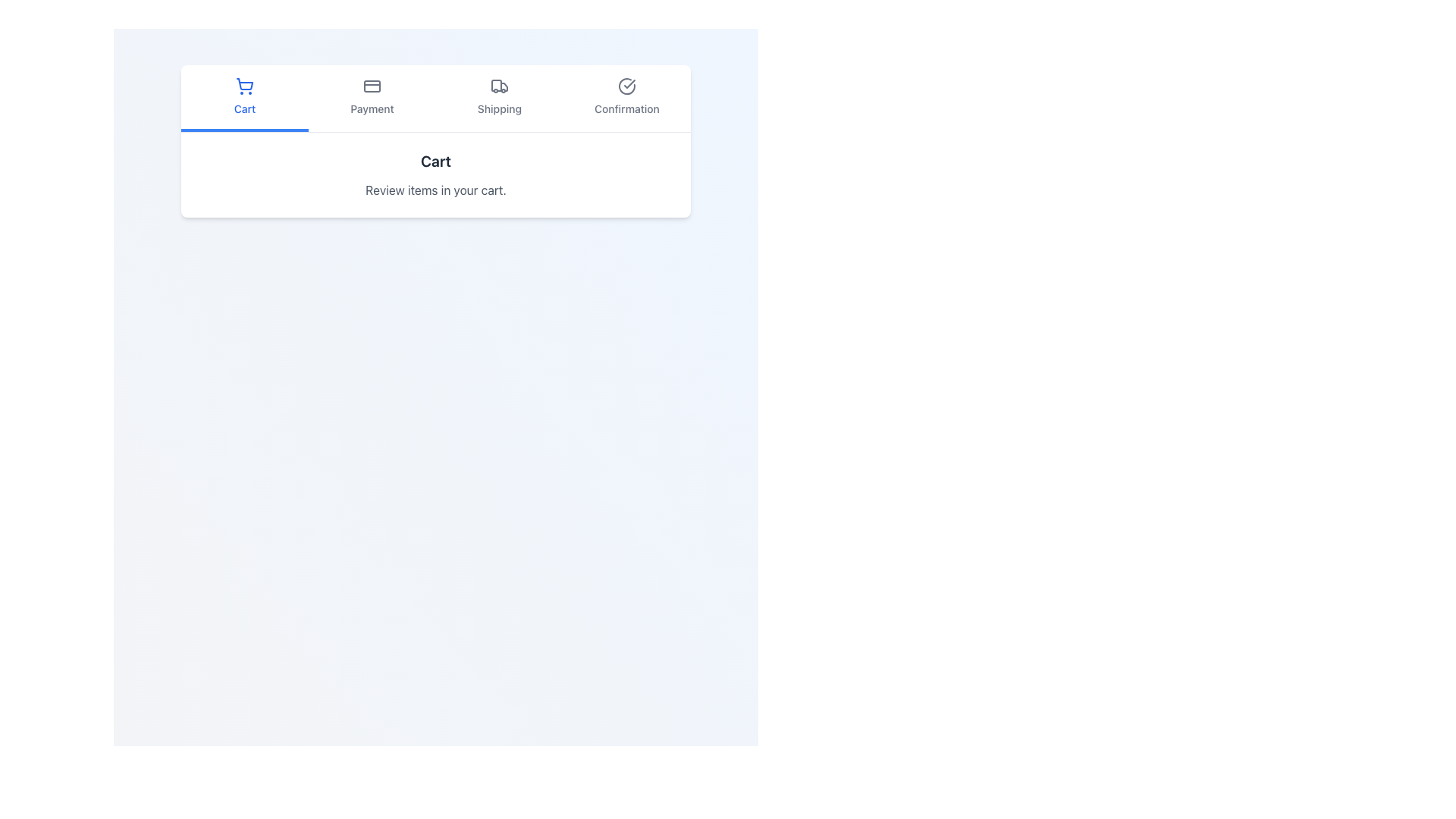  Describe the element at coordinates (244, 96) in the screenshot. I see `the Navigation link labeled 'Cart' with a shopping cart icon for keyboard navigation` at that location.